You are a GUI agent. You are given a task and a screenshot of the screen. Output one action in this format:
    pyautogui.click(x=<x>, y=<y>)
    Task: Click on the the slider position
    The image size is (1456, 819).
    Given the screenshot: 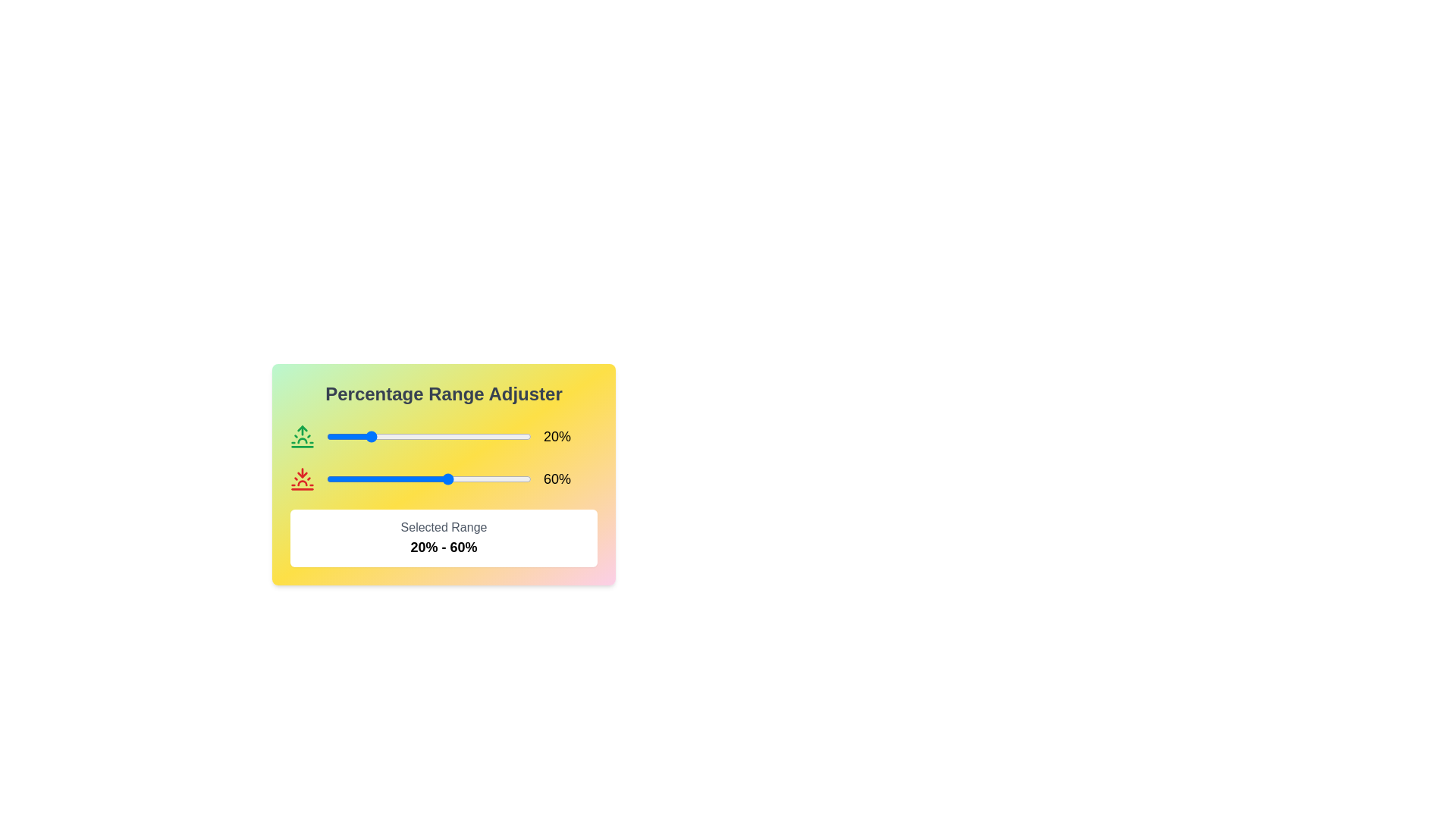 What is the action you would take?
    pyautogui.click(x=490, y=479)
    